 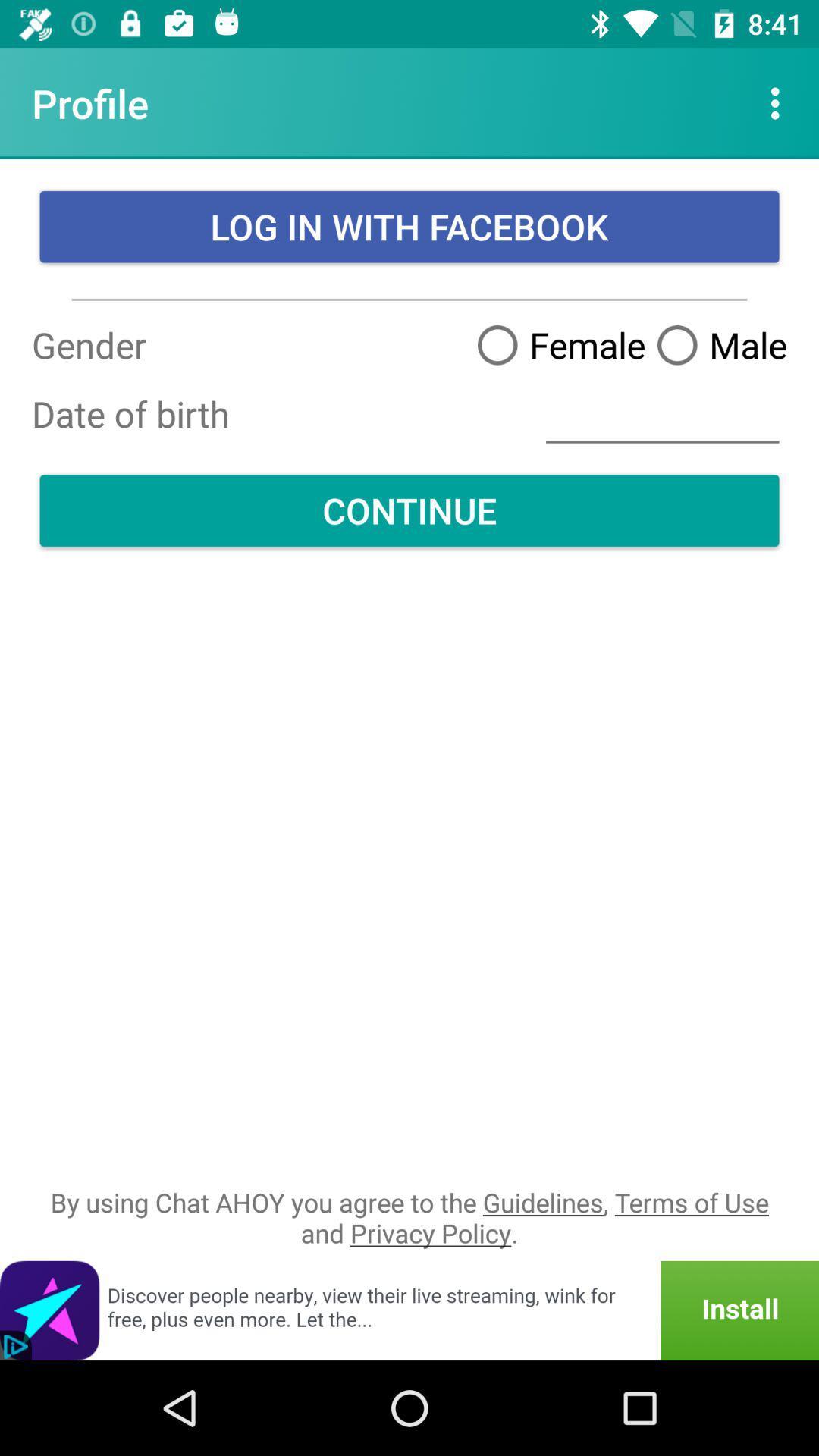 What do you see at coordinates (661, 414) in the screenshot?
I see `item above the continue icon` at bounding box center [661, 414].